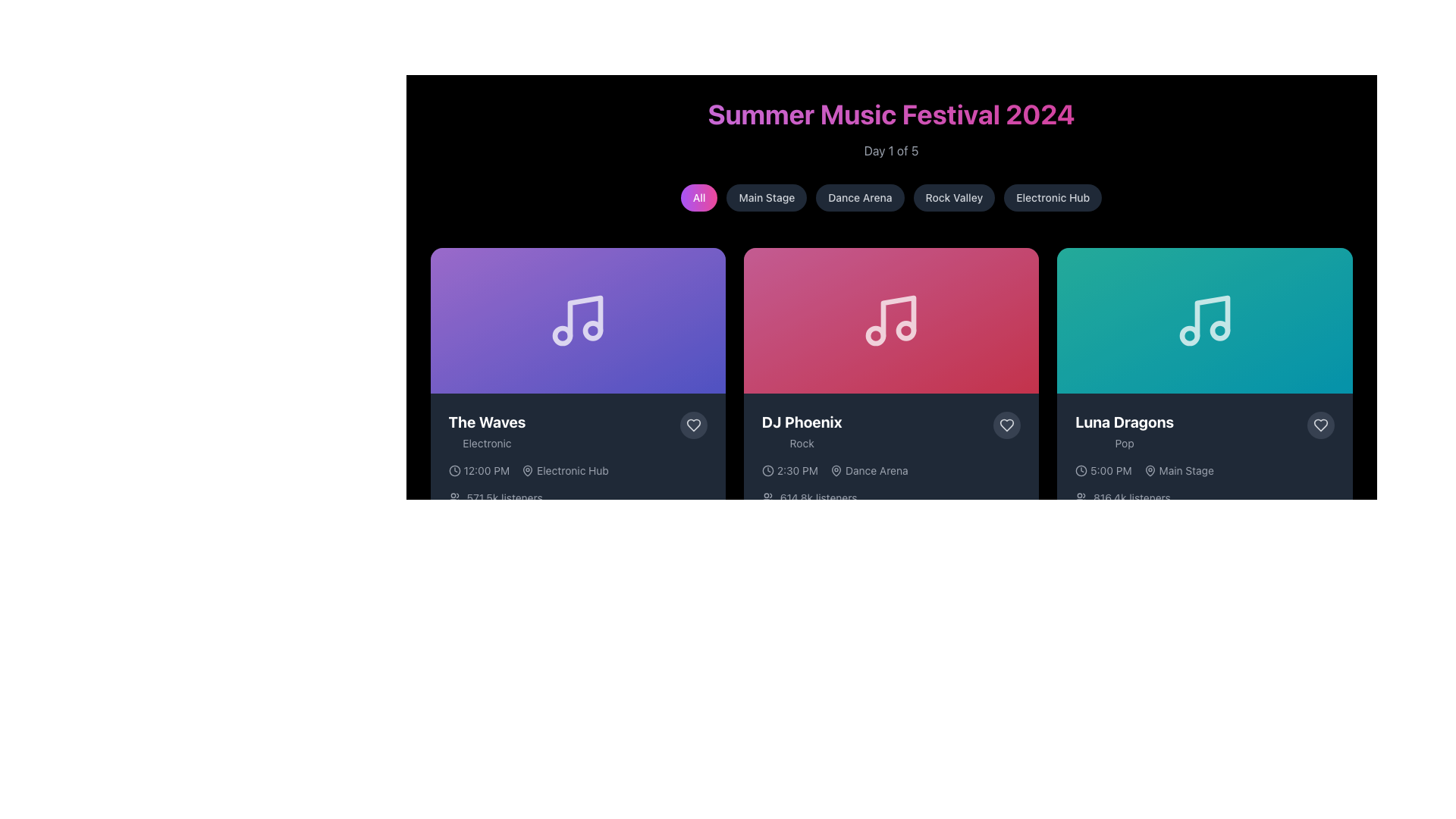  I want to click on the music-themed icon located in the middle pane of the second card in the row, so click(899, 315).